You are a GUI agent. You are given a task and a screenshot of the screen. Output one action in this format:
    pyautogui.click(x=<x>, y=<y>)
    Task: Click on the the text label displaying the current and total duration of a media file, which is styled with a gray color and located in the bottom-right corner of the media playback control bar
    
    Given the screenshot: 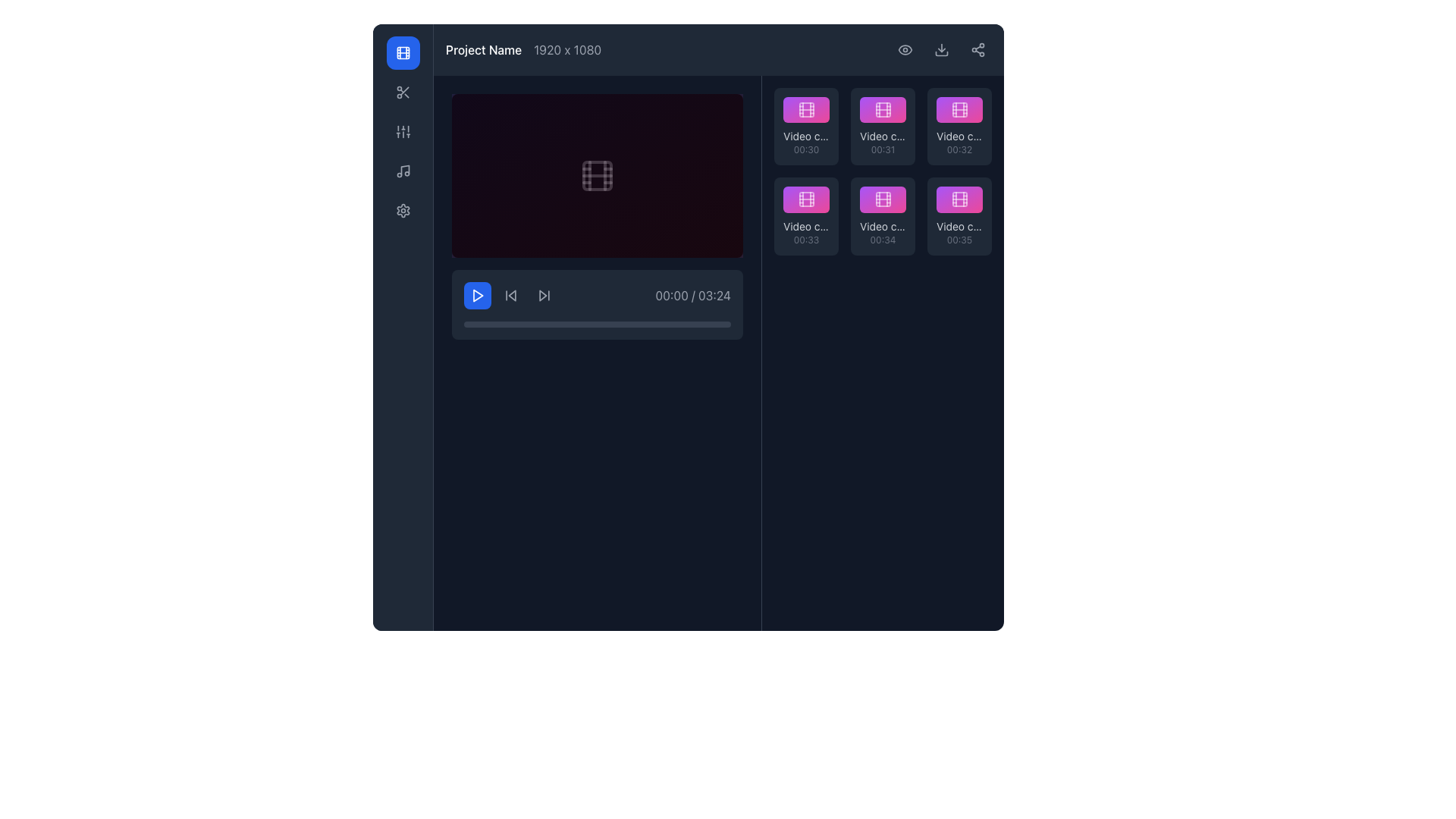 What is the action you would take?
    pyautogui.click(x=692, y=295)
    